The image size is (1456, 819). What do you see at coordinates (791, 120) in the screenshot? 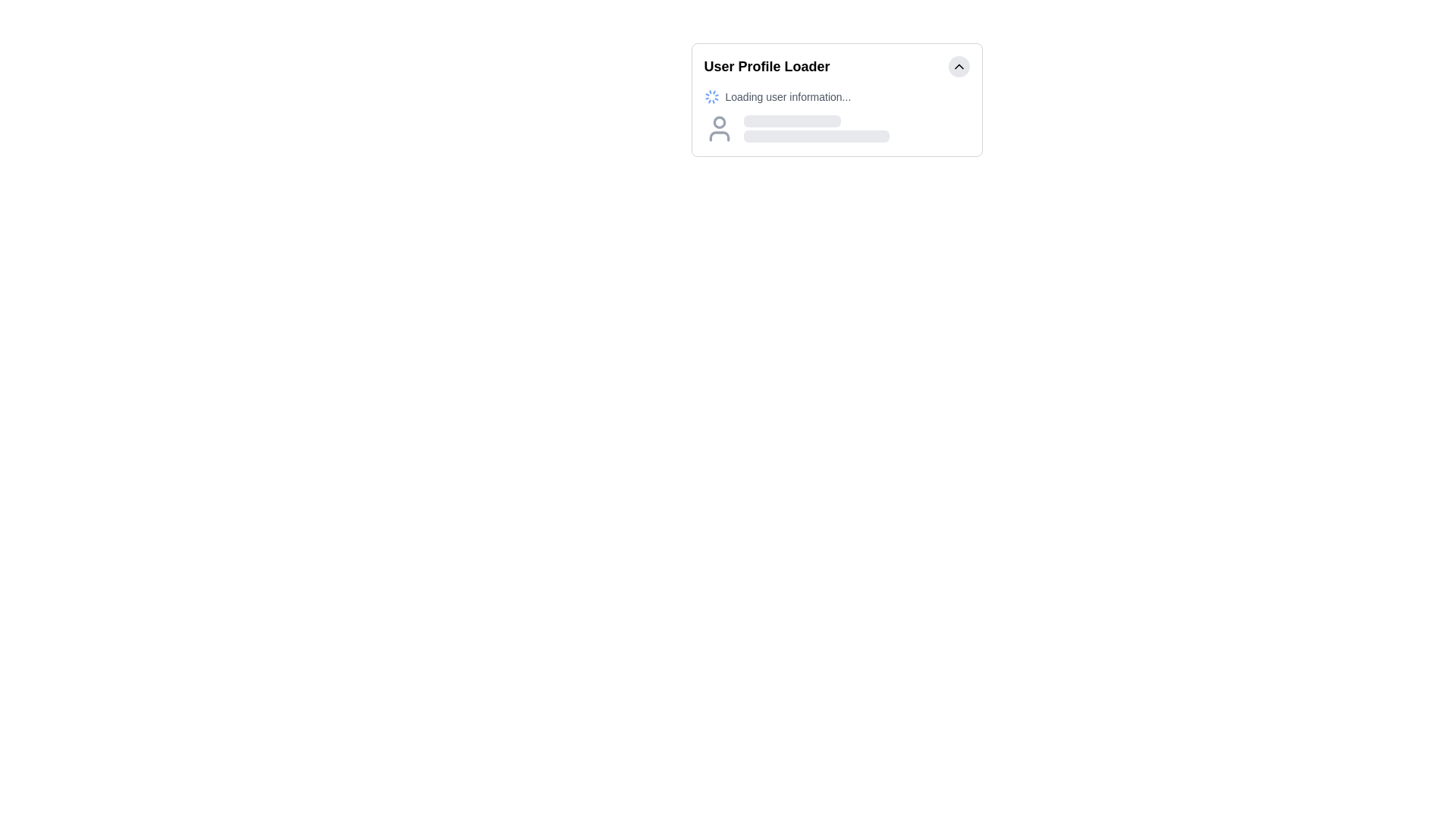
I see `the upper gray loading placeholder bar with rounded corners that indicates loading user information` at bounding box center [791, 120].